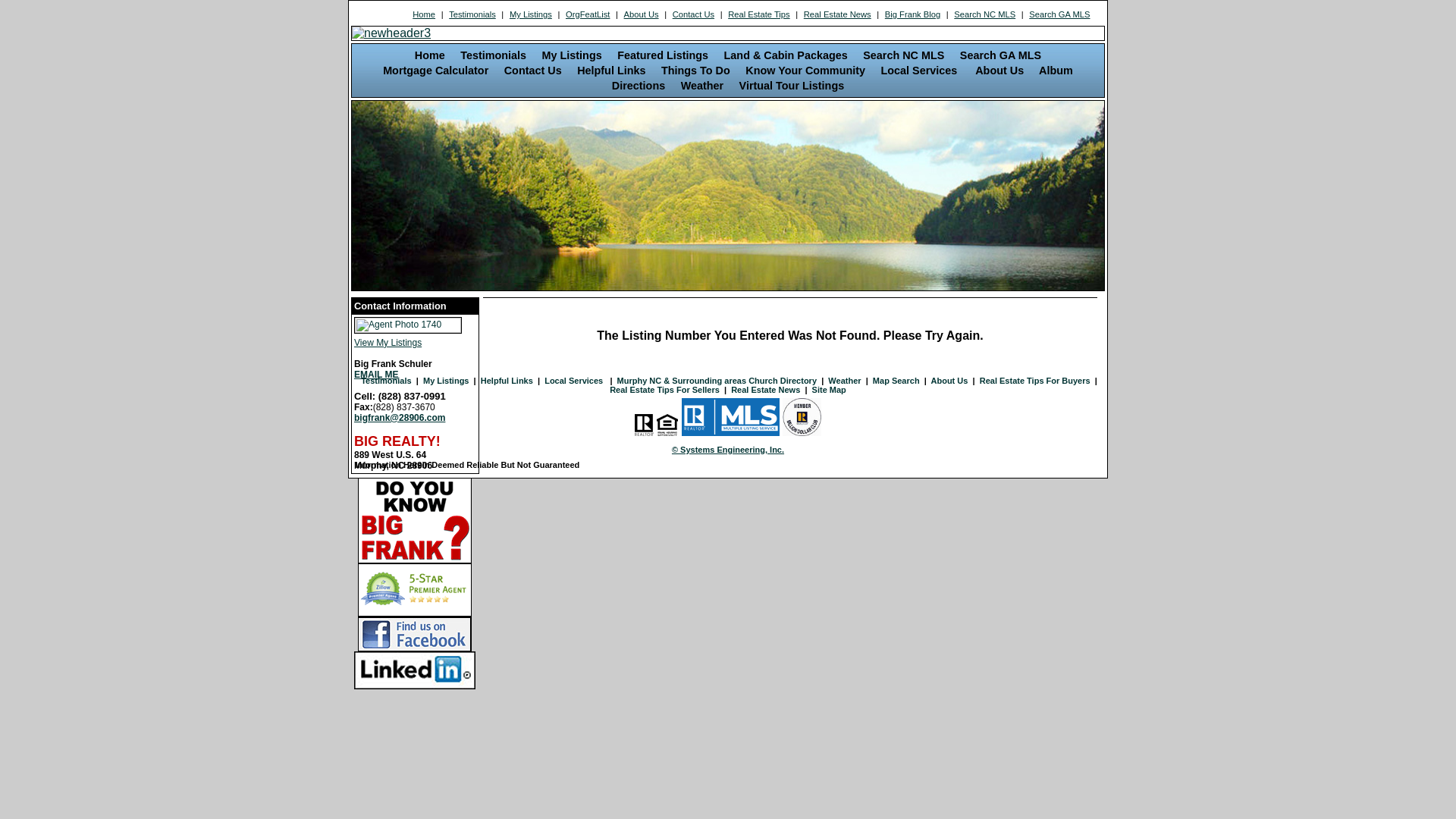 The width and height of the screenshot is (1456, 819). What do you see at coordinates (435, 70) in the screenshot?
I see `'Mortgage Calculator'` at bounding box center [435, 70].